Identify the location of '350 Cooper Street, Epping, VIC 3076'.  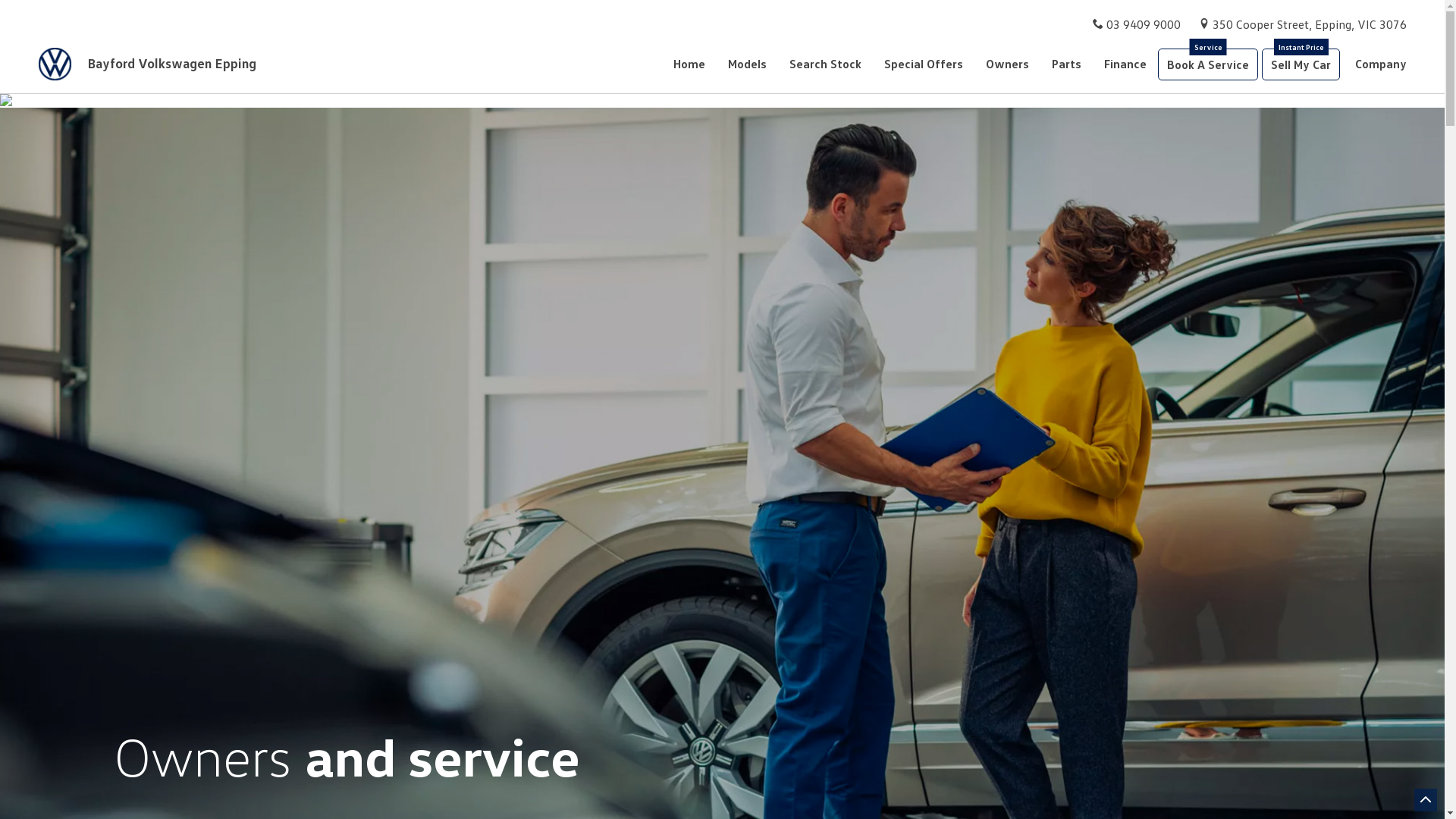
(1309, 24).